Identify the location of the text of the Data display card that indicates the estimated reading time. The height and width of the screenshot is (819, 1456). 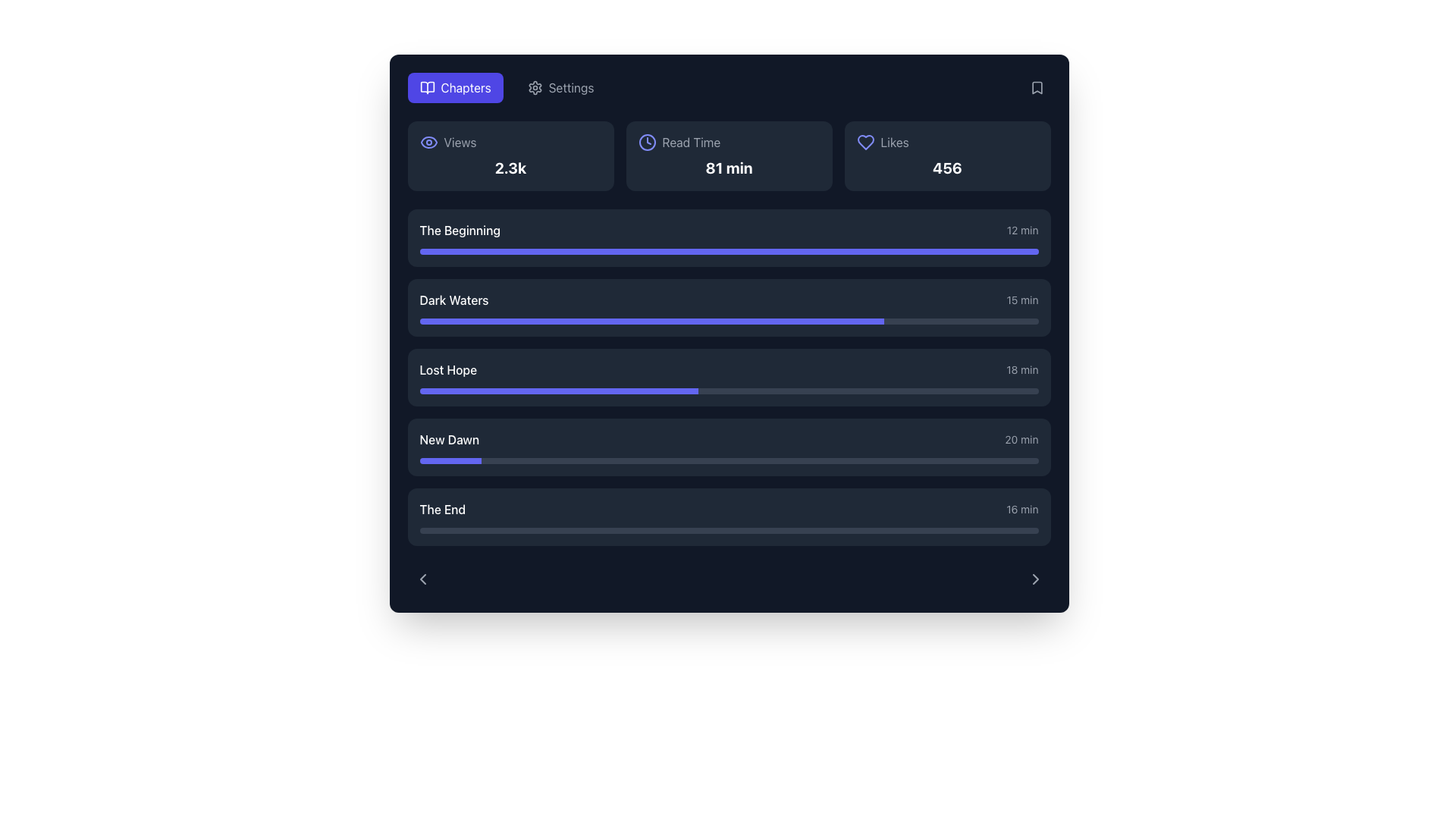
(729, 155).